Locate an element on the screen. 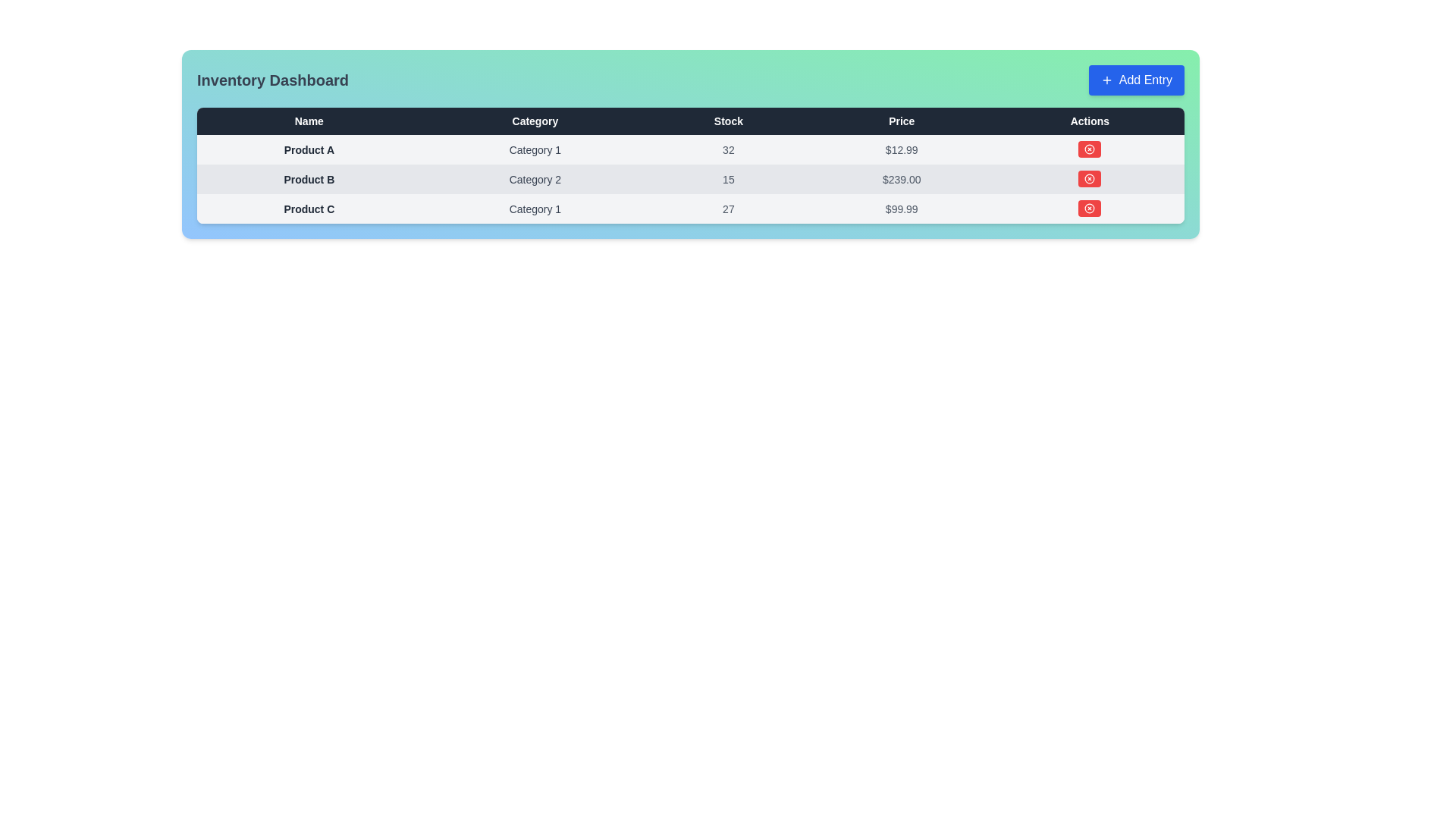  the 'Add Entry' button, which has a blue background and white text, located in the upper right corner of the Inventory Dashboard section is located at coordinates (1136, 80).